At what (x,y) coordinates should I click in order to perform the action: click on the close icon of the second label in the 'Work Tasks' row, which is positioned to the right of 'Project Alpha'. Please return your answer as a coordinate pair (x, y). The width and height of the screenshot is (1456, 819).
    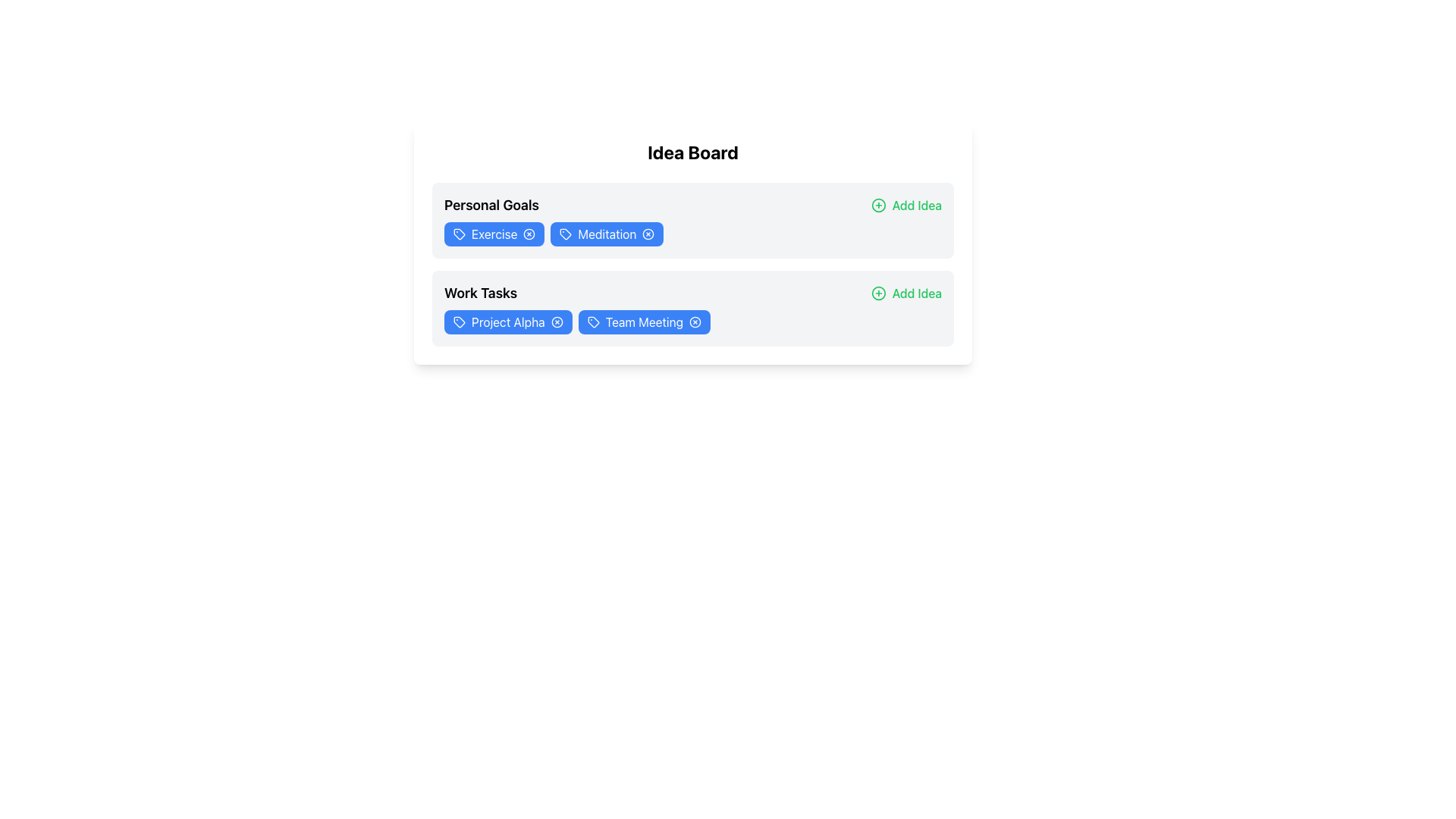
    Looking at the image, I should click on (644, 321).